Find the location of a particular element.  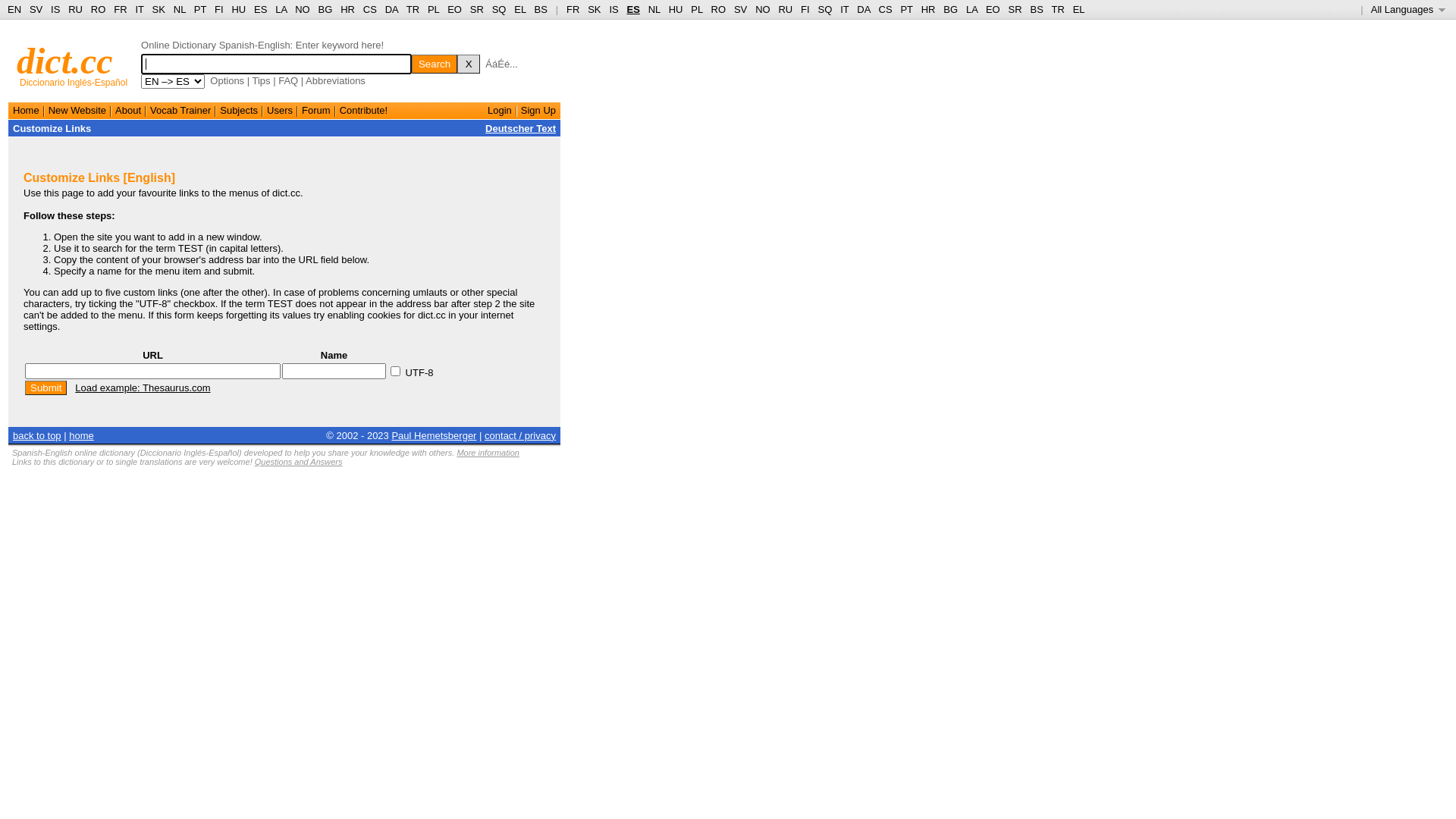

'PL' is located at coordinates (432, 9).